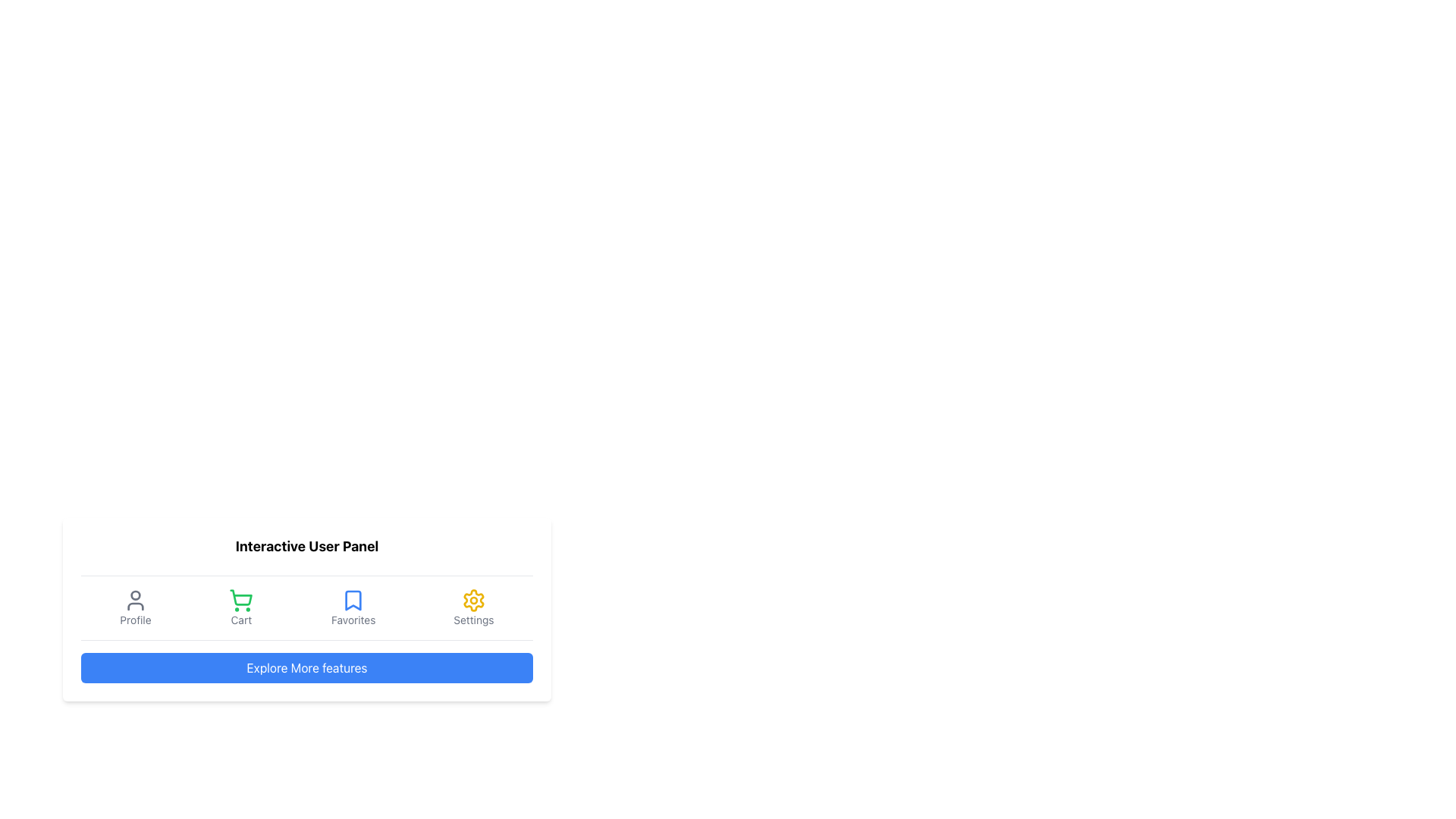 The width and height of the screenshot is (1456, 819). Describe the element at coordinates (306, 601) in the screenshot. I see `the horizontal navigation menu item in the Navigation Bar` at that location.